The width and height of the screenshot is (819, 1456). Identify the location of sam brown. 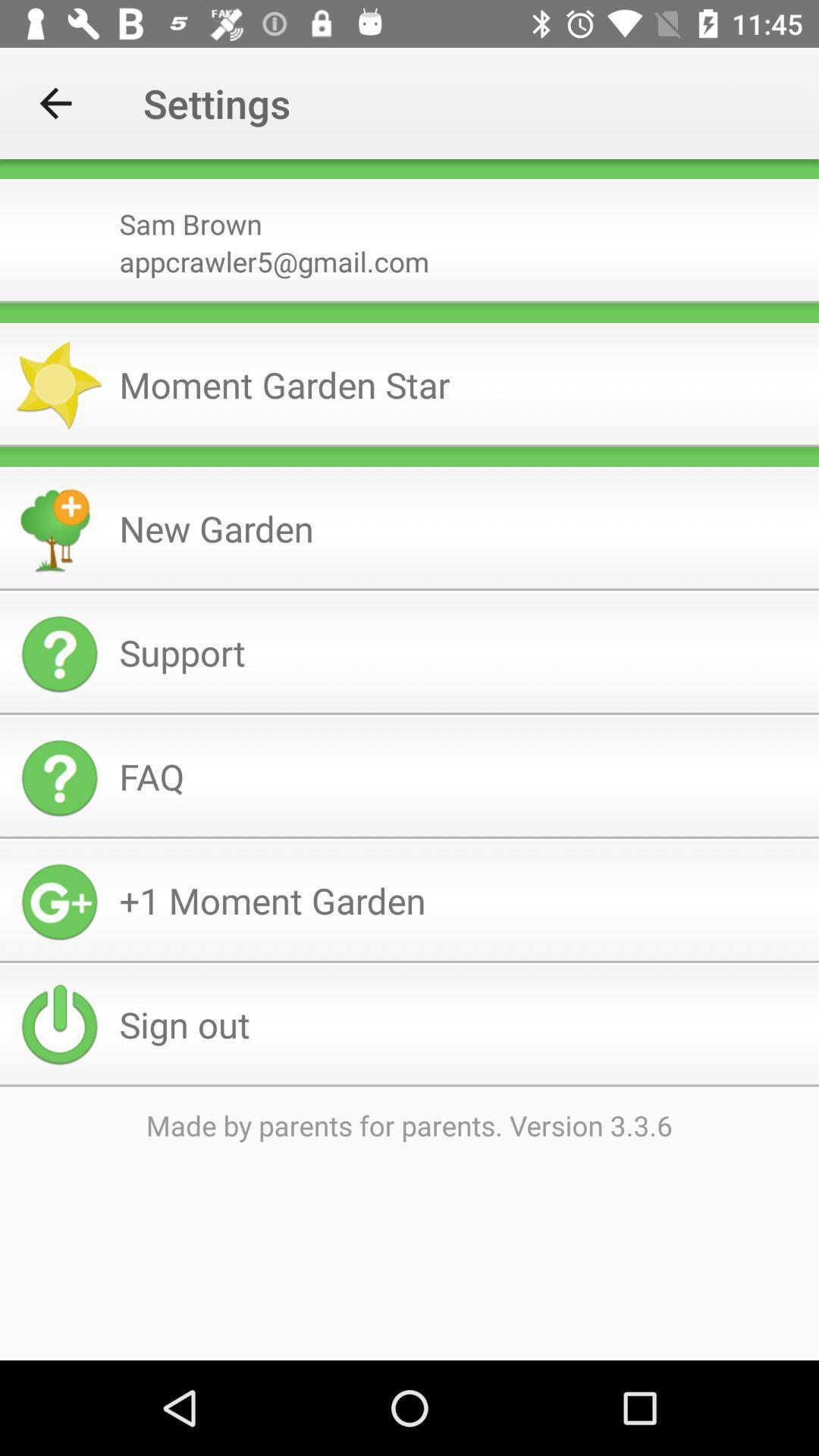
(462, 217).